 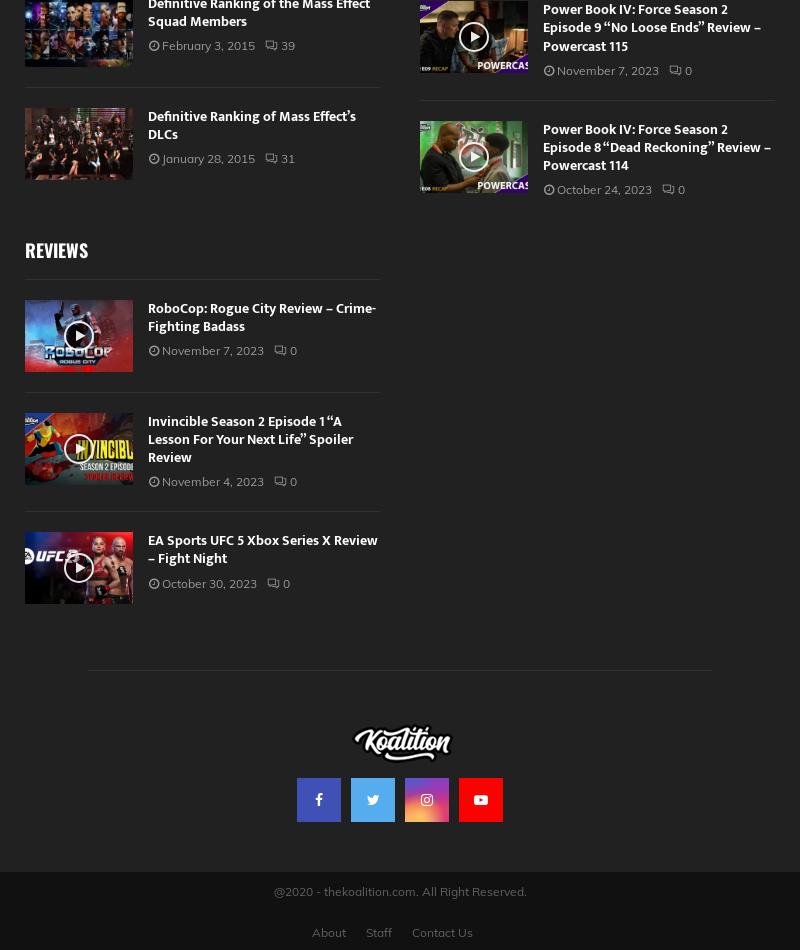 What do you see at coordinates (261, 315) in the screenshot?
I see `'RoboCop: Rogue City Review – Crime-Fighting Badass'` at bounding box center [261, 315].